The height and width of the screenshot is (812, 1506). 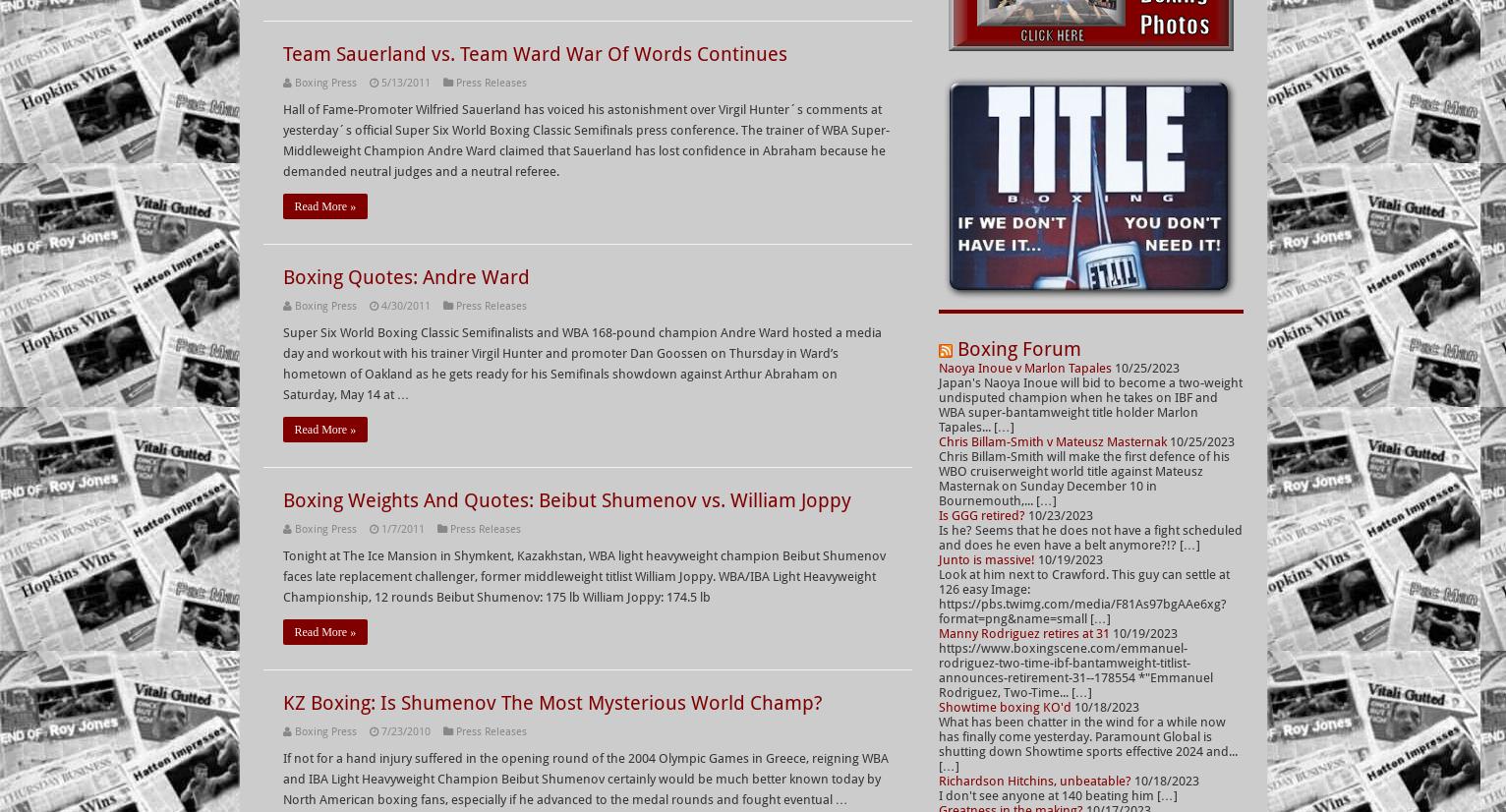 What do you see at coordinates (585, 140) in the screenshot?
I see `'Hall of Fame-Promoter Wilfried Sauerland has voiced his astonishment over Virgil Hunter´s comments at yesterday´s official Super Six World Boxing Classic Semifinals press conference. The trainer of WBA Super-Middleweight Champion Andre Ward claimed that Sauerland has lost confidence in Abraham because he demanded neutral judges and a neutral referee.'` at bounding box center [585, 140].